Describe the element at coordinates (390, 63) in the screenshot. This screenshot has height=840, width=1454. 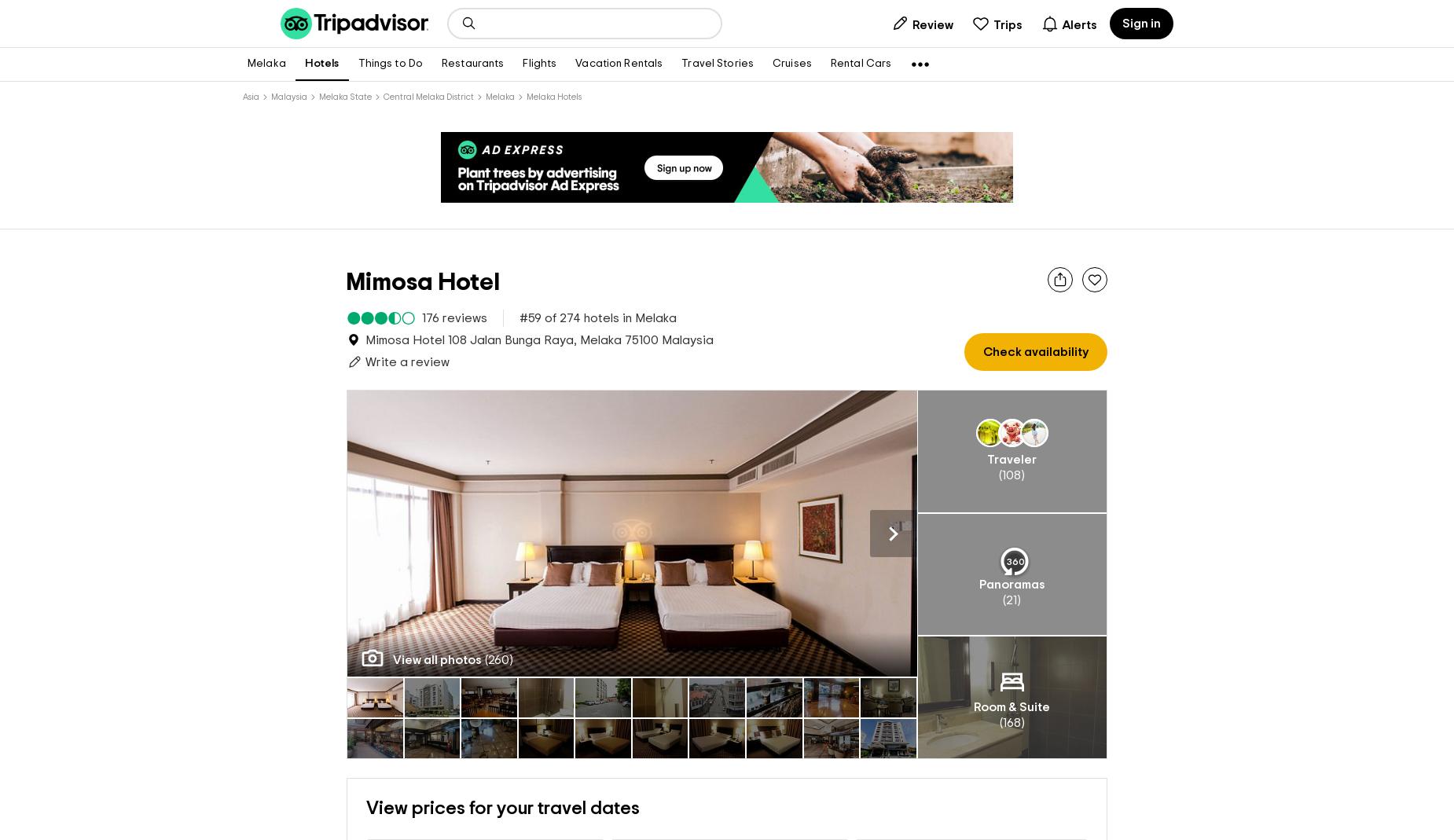
I see `'Things to Do'` at that location.